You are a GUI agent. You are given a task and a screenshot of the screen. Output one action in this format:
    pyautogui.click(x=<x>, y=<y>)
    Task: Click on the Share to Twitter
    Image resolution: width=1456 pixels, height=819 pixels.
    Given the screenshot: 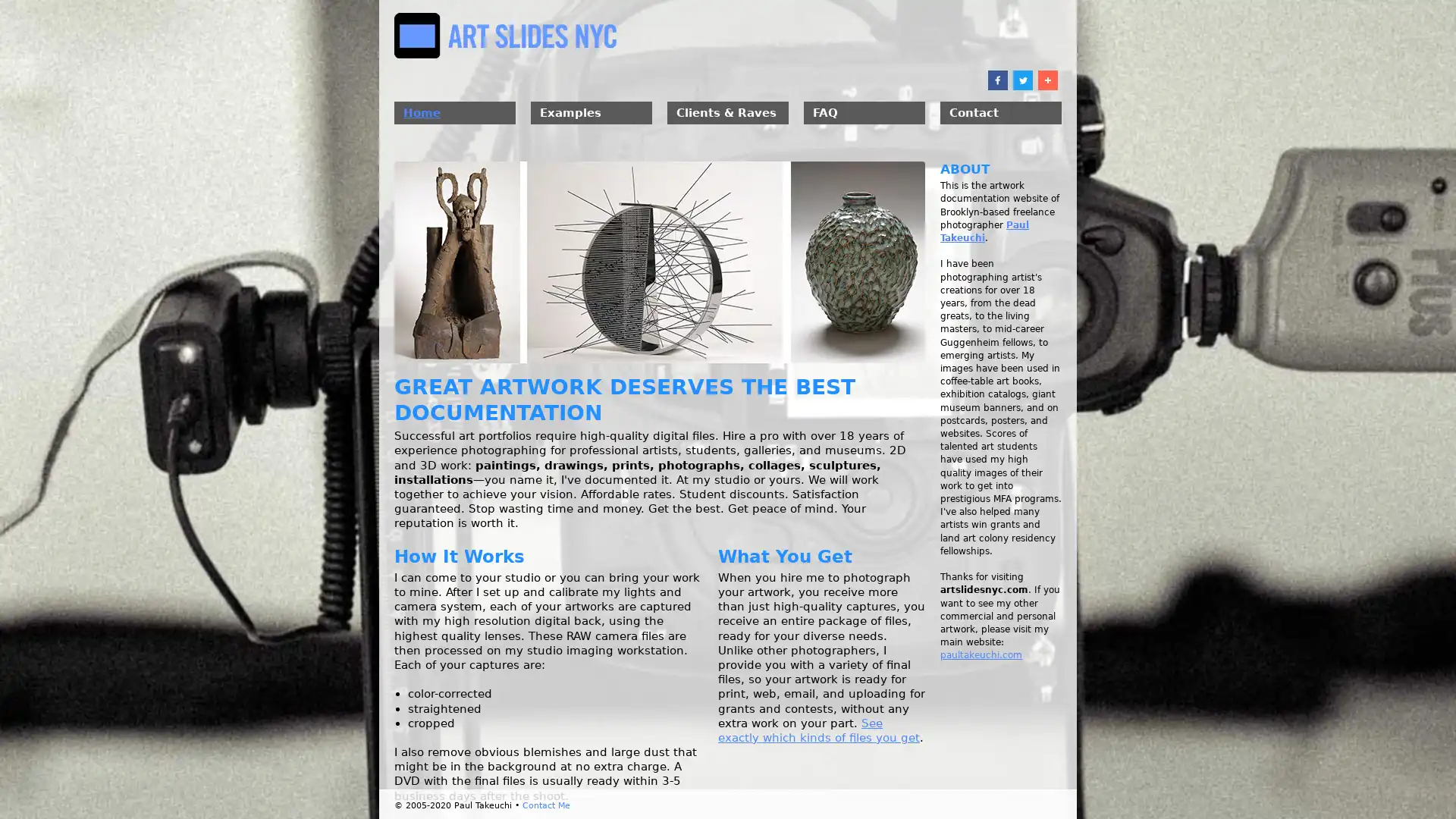 What is the action you would take?
    pyautogui.click(x=1005, y=79)
    